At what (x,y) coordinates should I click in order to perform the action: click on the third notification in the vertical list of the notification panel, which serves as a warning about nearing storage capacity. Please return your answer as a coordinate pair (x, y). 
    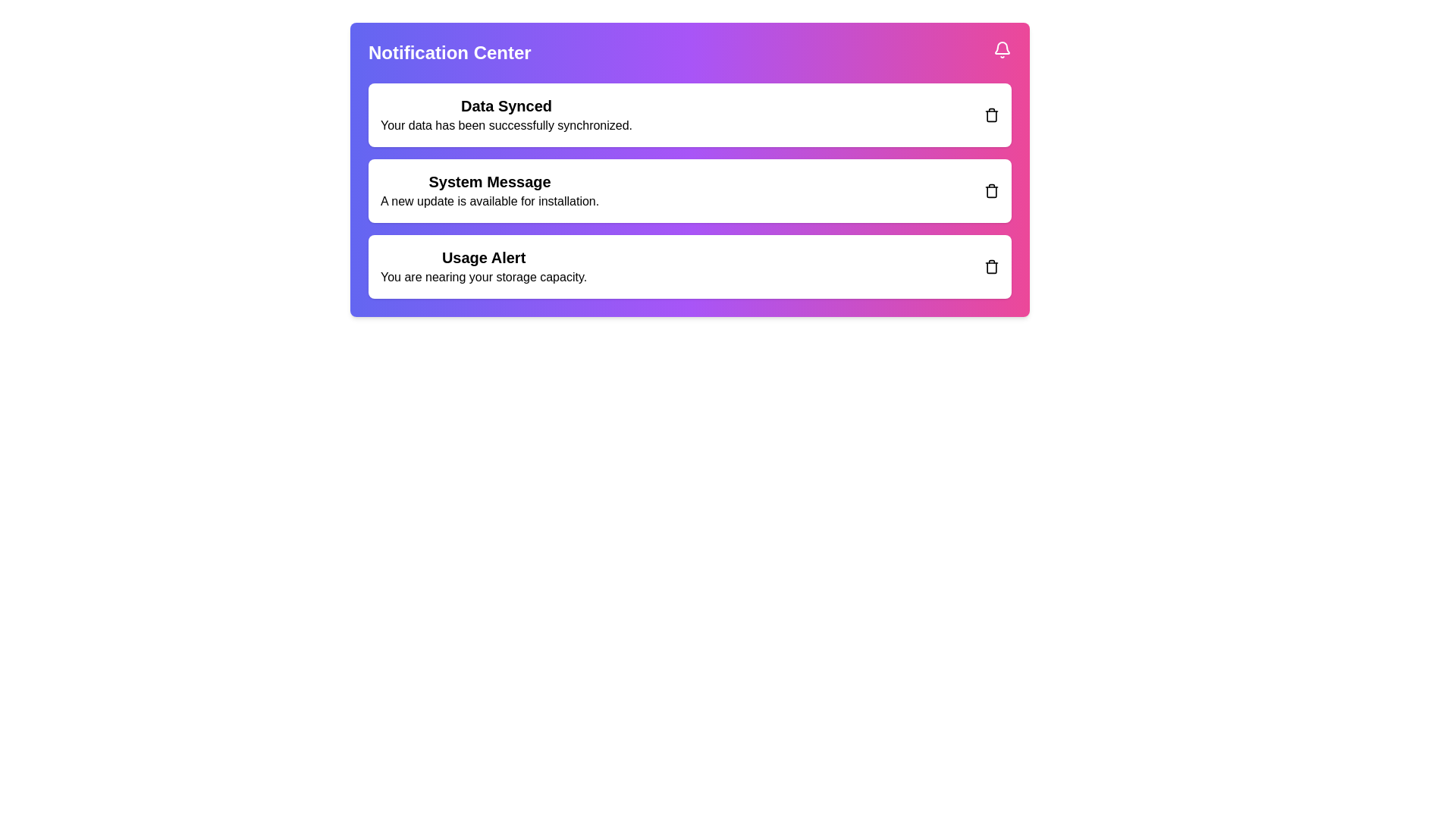
    Looking at the image, I should click on (483, 265).